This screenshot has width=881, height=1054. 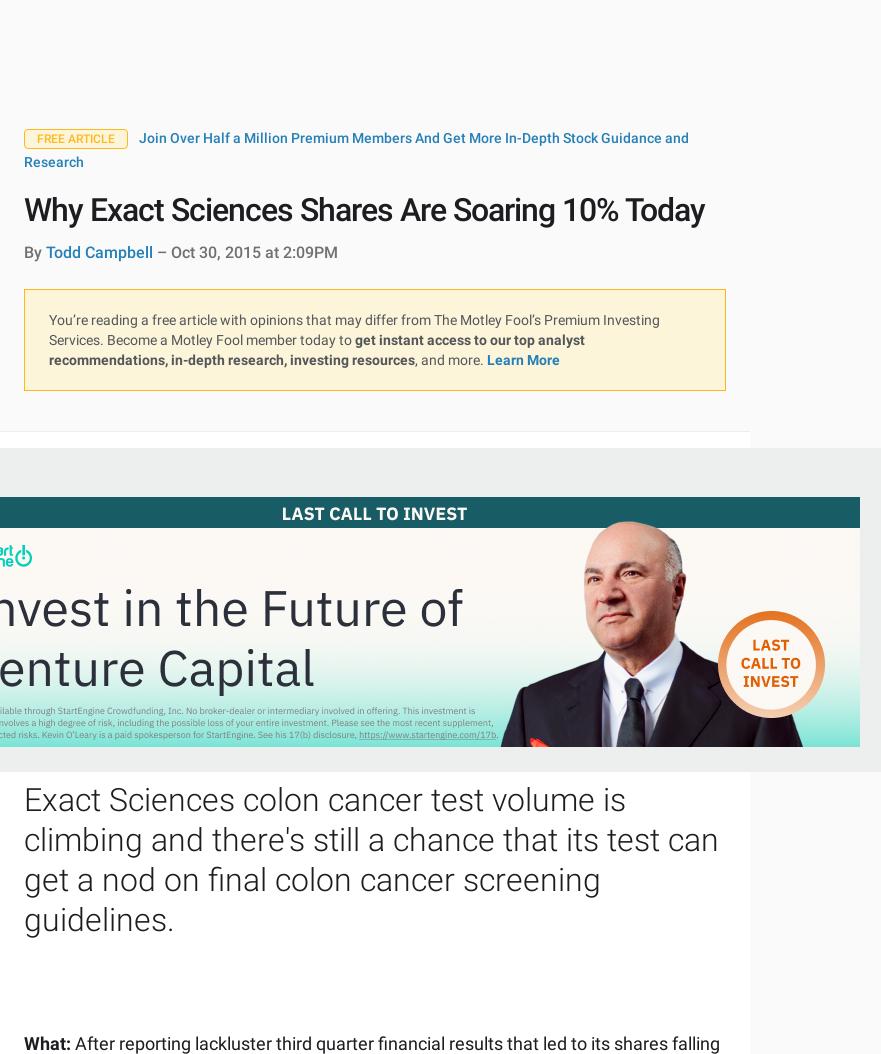 What do you see at coordinates (410, 110) in the screenshot?
I see `'Which Is the Better Cancer-Testing Healthcare Stock: Exact Sciences or Guardant Health?'` at bounding box center [410, 110].